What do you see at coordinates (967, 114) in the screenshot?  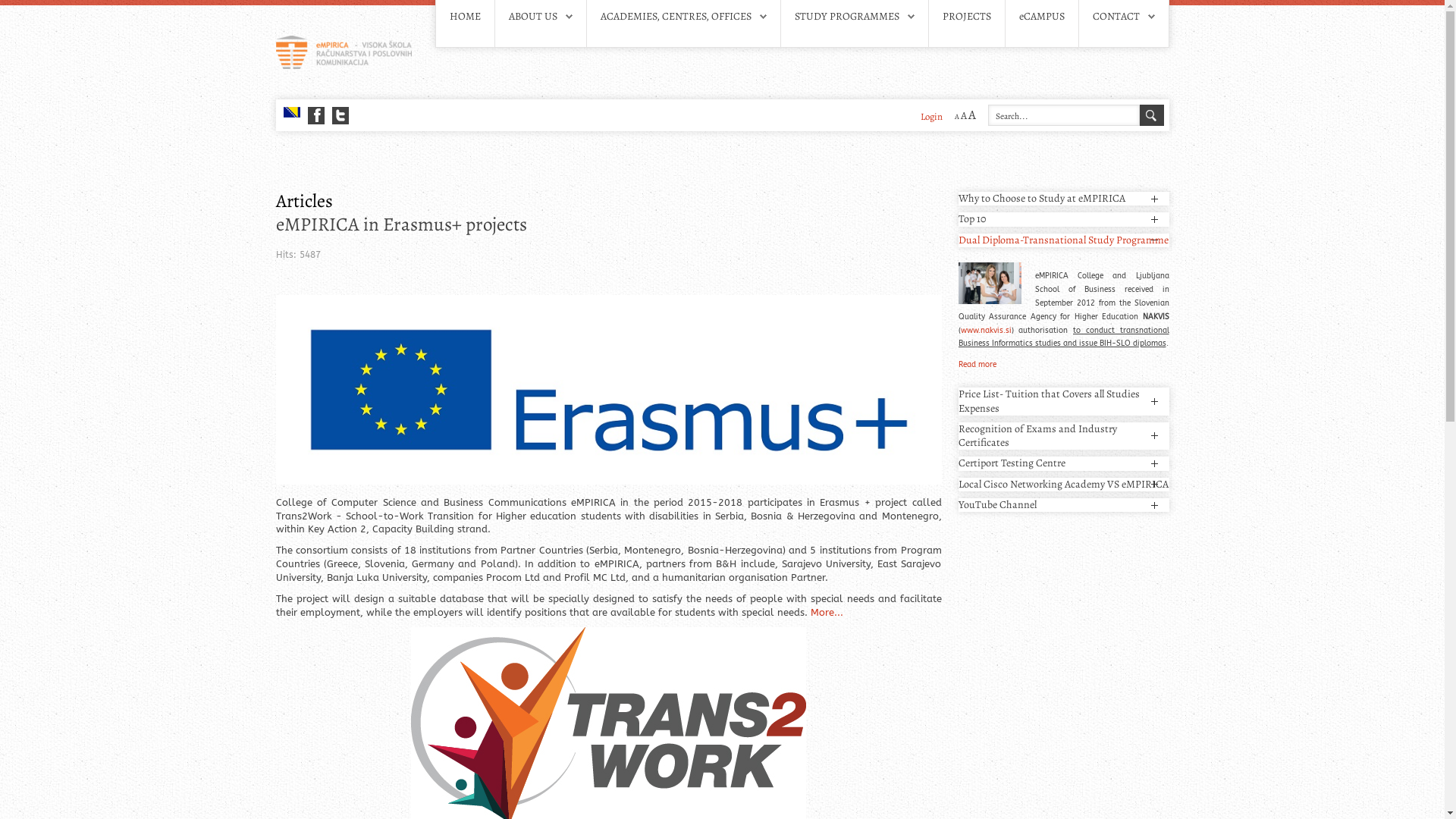 I see `'A'` at bounding box center [967, 114].